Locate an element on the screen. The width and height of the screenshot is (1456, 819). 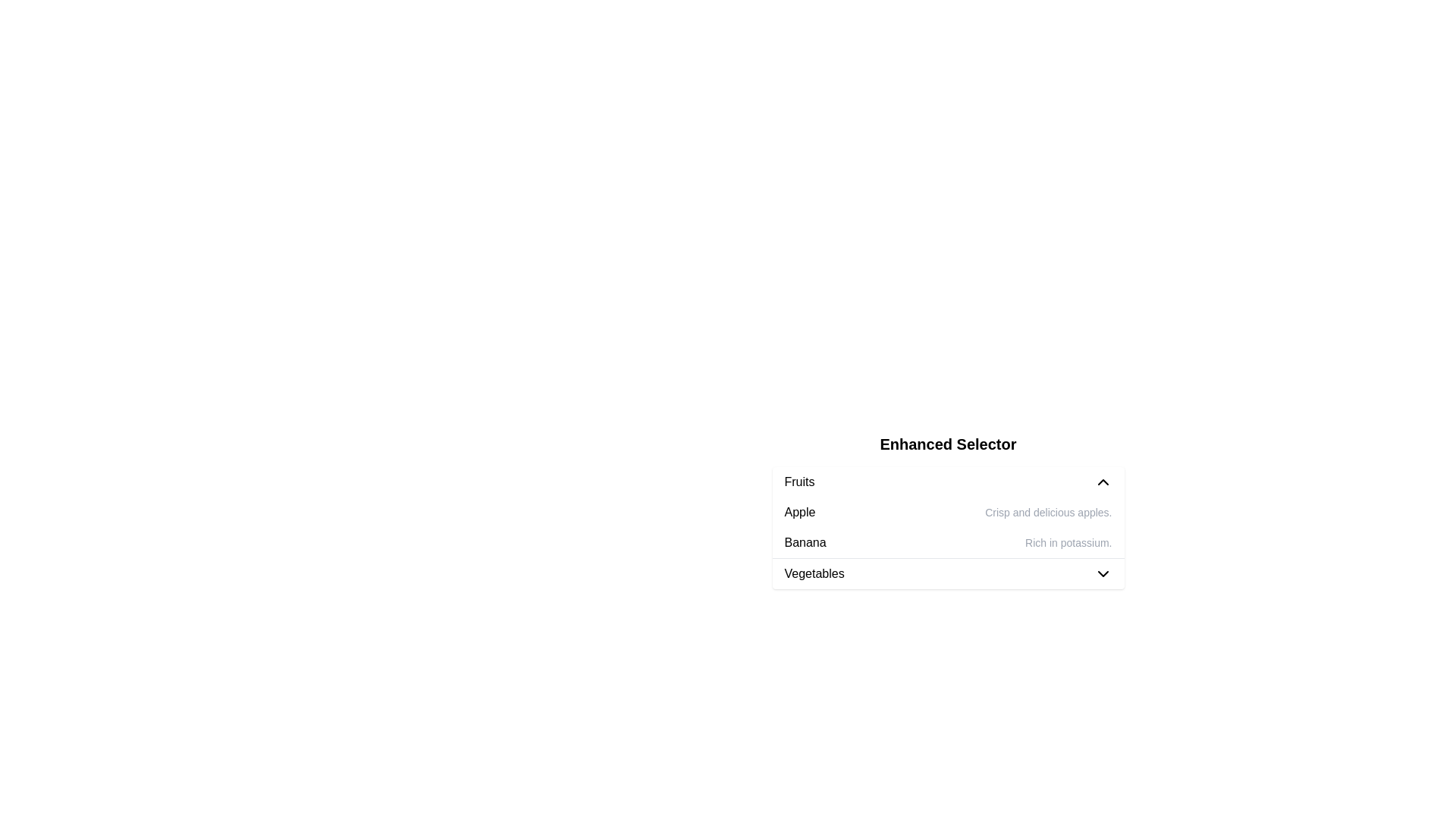
the upward-pointing chevron icon located in the 'Fruits' section's header is located at coordinates (1103, 482).